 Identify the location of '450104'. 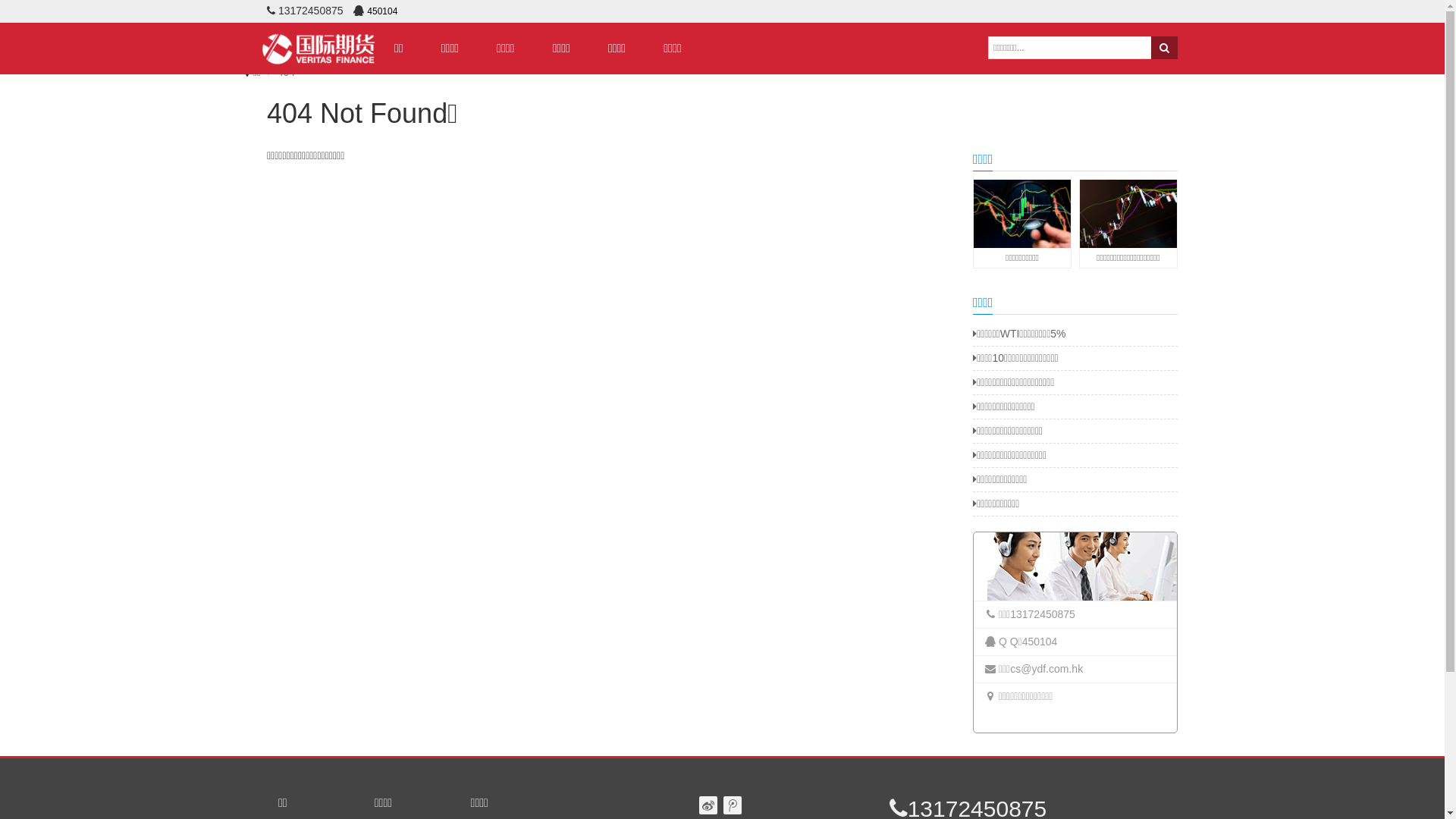
(382, 11).